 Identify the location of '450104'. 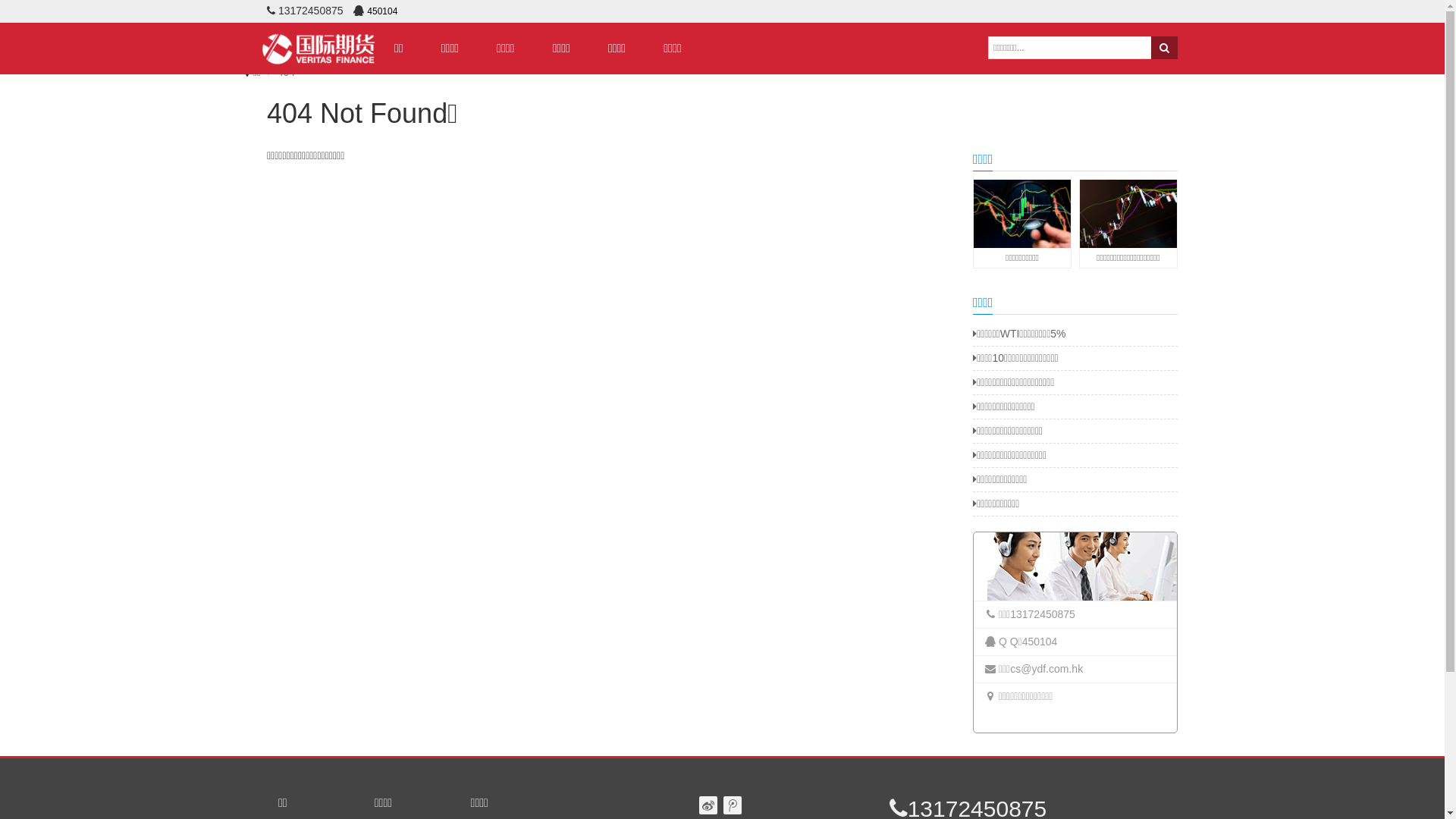
(382, 11).